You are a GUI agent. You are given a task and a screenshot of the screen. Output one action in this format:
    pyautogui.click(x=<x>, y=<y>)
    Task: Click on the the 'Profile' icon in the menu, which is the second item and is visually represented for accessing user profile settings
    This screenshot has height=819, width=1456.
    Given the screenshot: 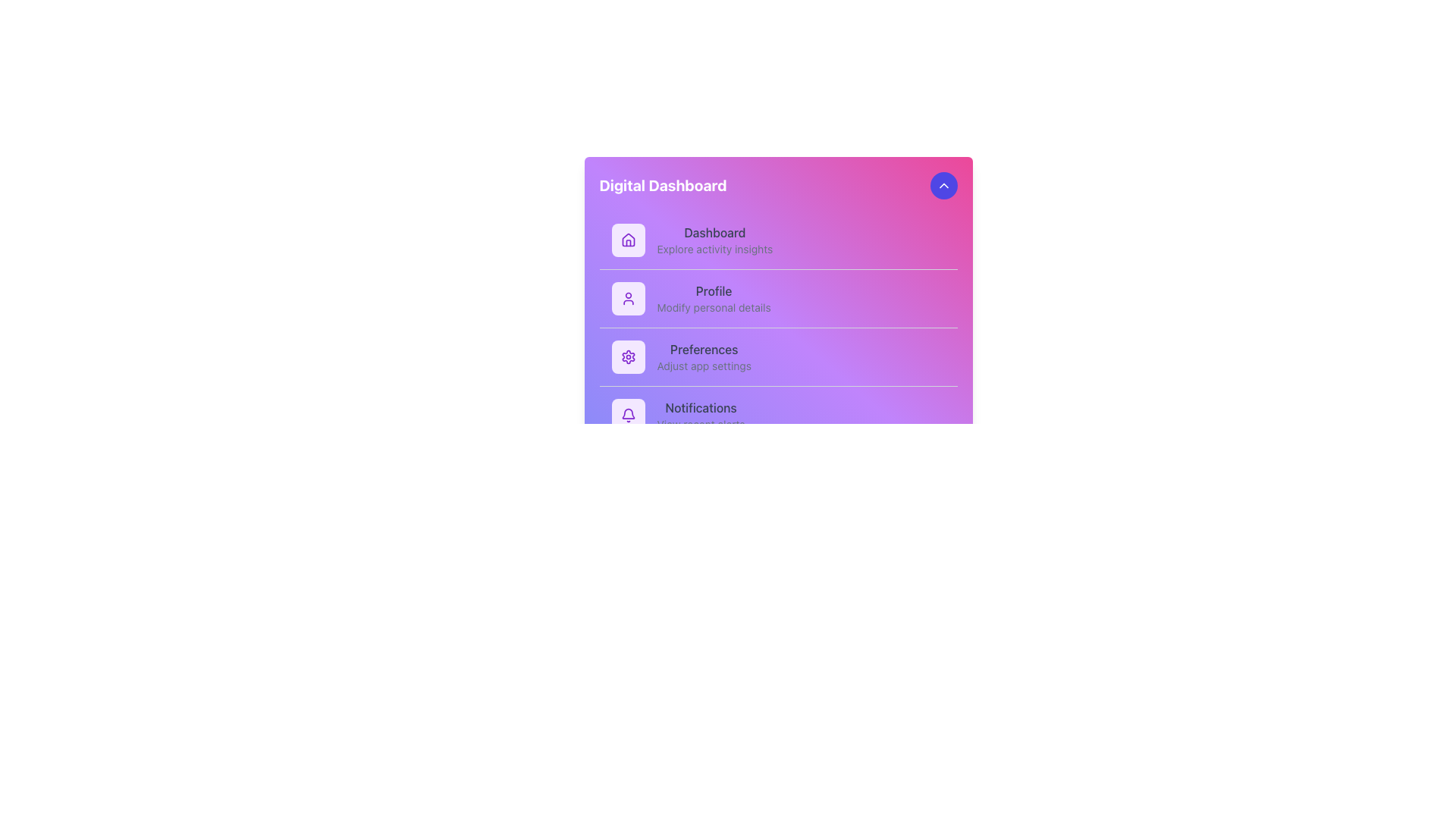 What is the action you would take?
    pyautogui.click(x=628, y=298)
    